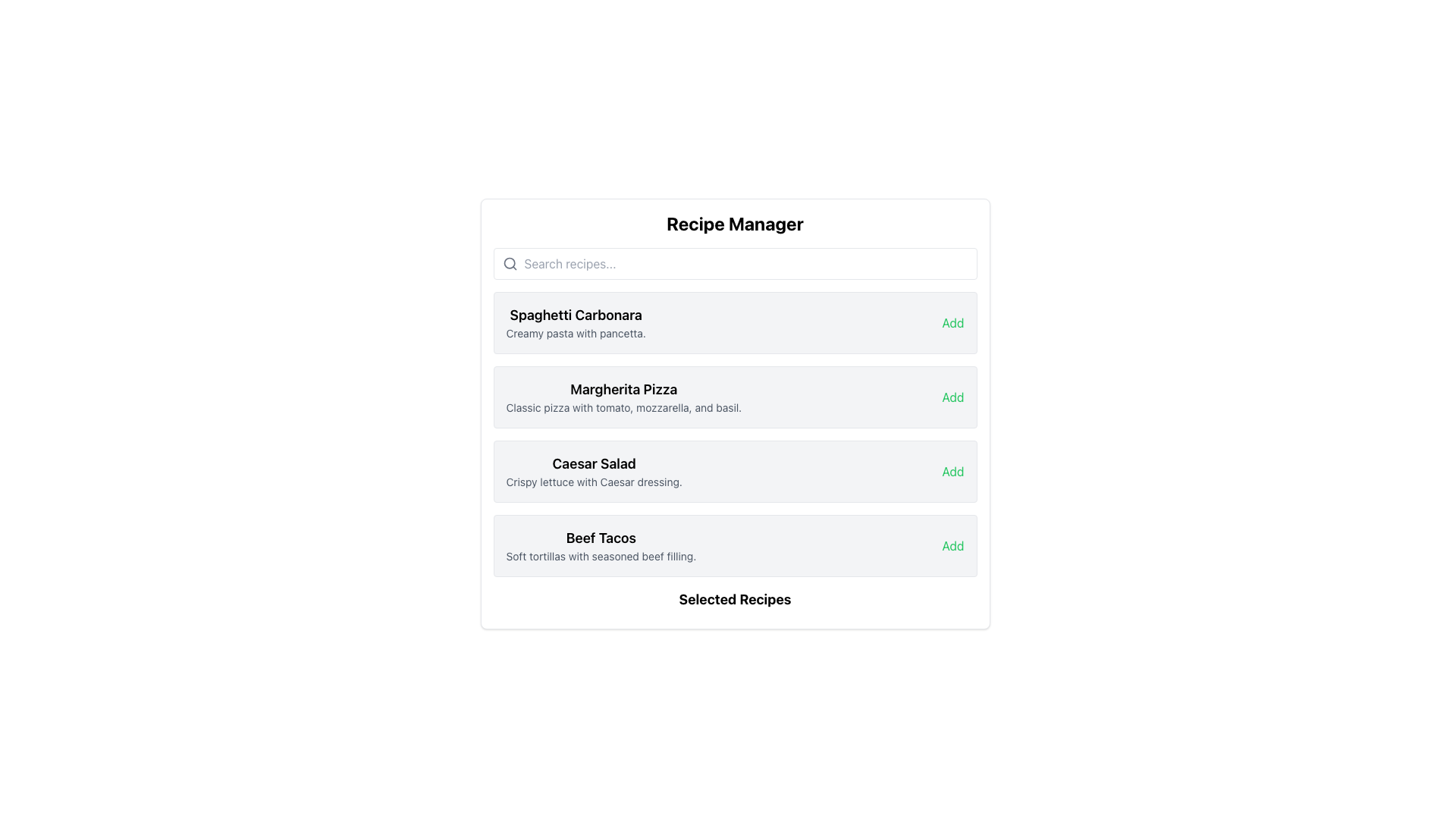  I want to click on text from the 'Beef Tacos' text label, which is a large, bold label positioned at the top of the menu item card, so click(600, 537).